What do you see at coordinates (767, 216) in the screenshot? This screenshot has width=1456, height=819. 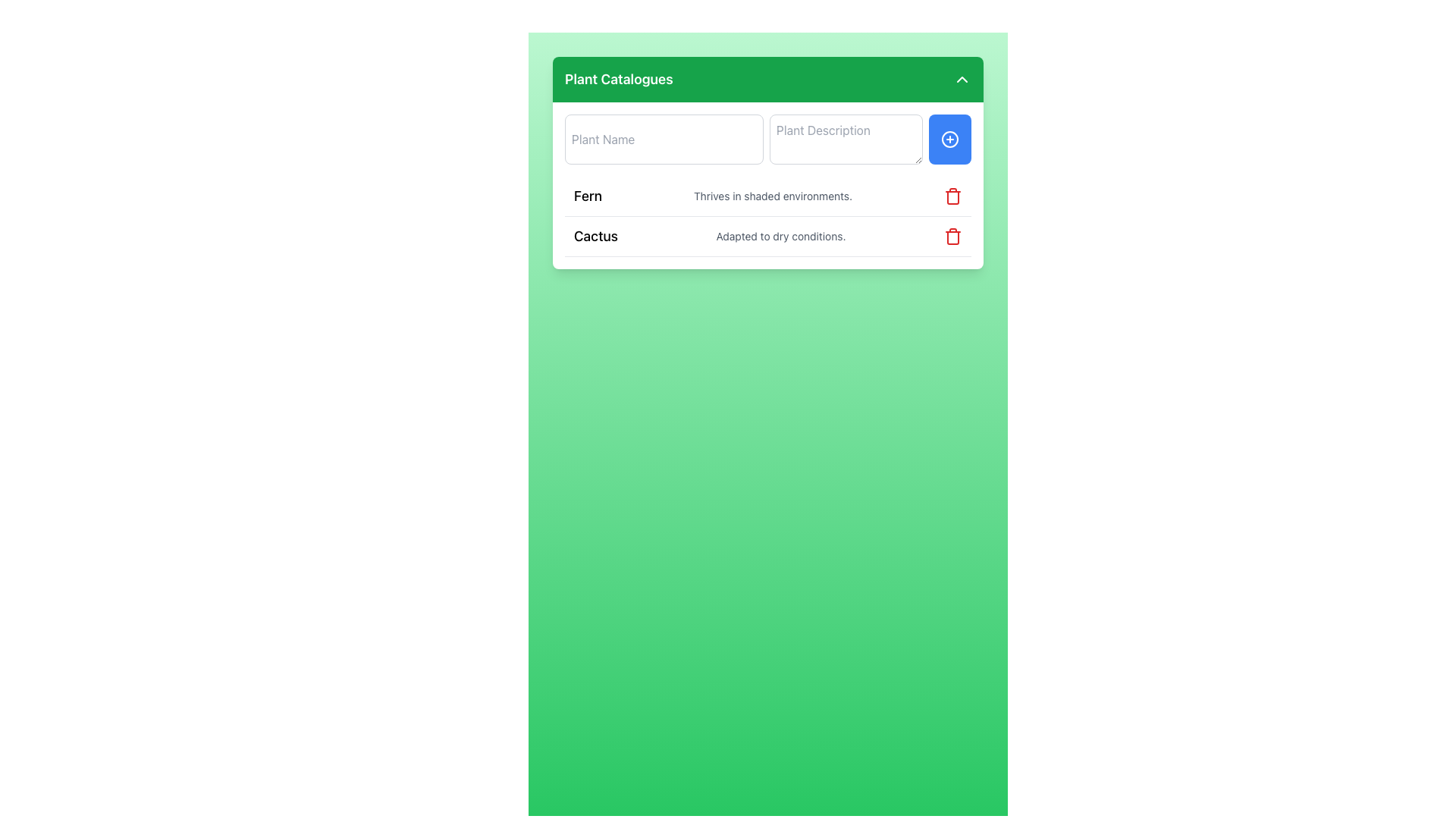 I see `on the first plant entry in the list` at bounding box center [767, 216].